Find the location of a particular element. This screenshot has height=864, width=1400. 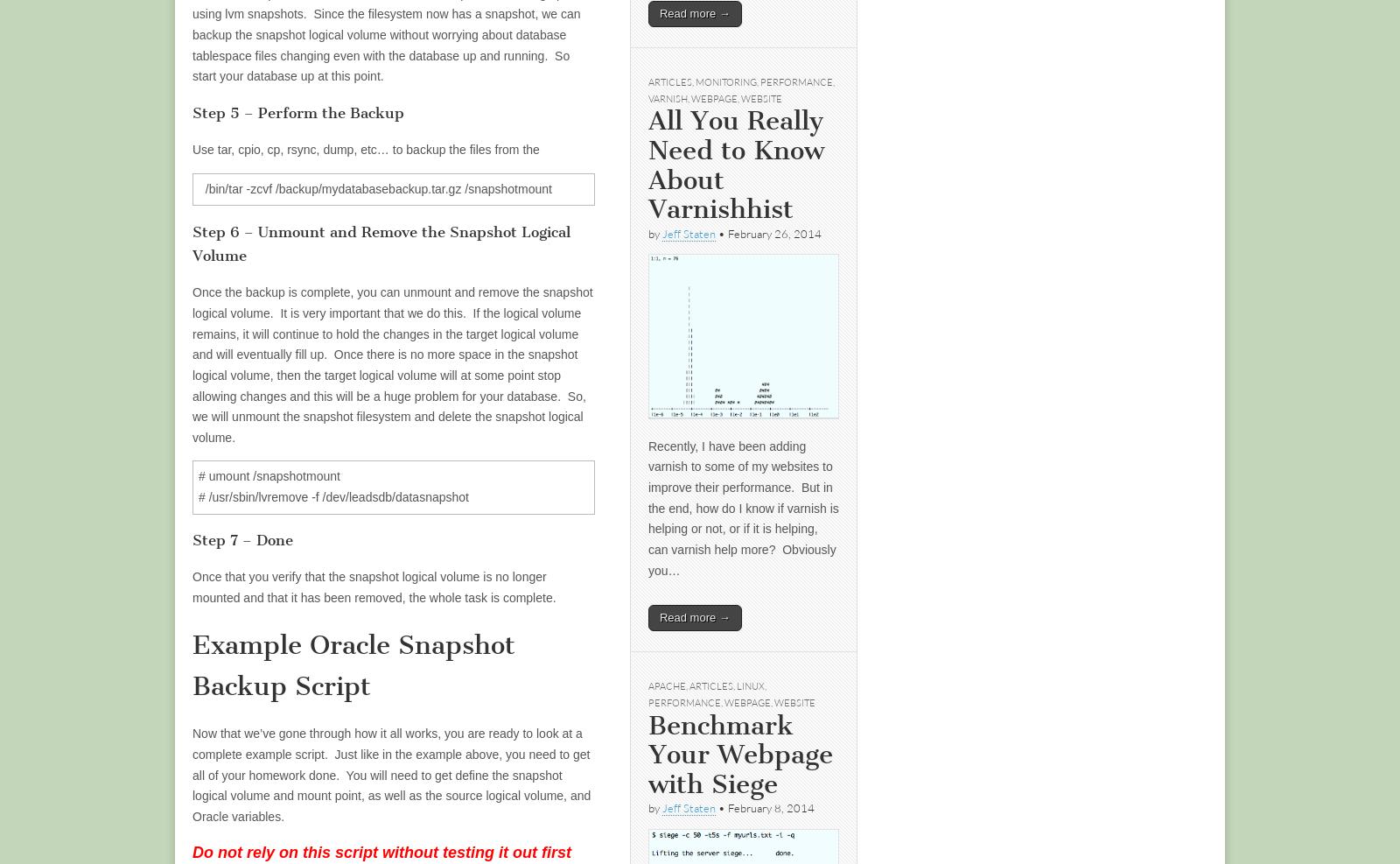

'Step 6 – Unmount and Remove the Snapshot Logical Volume' is located at coordinates (381, 243).